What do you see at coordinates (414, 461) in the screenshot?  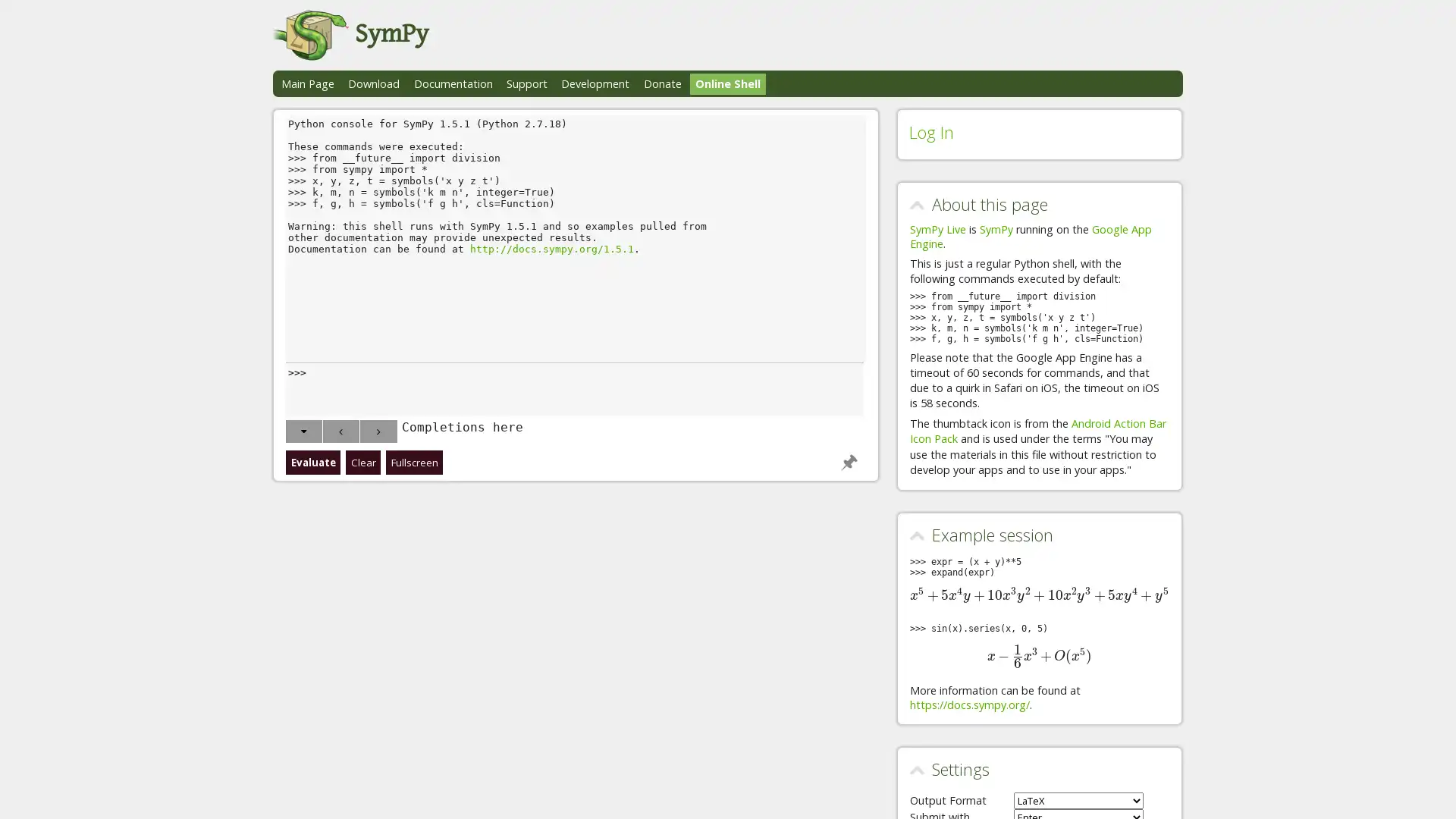 I see `Fullscreen` at bounding box center [414, 461].